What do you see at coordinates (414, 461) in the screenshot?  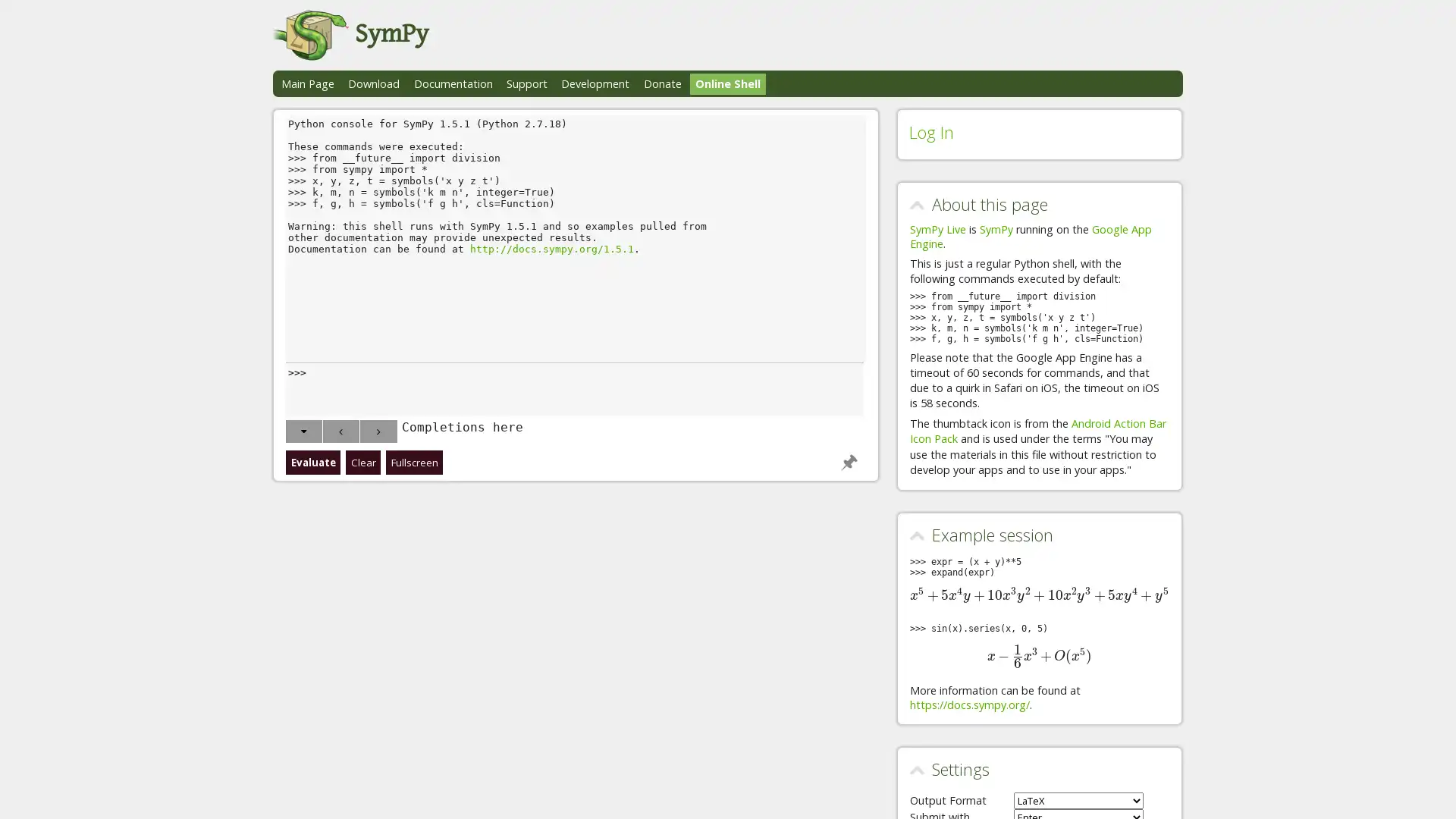 I see `Fullscreen` at bounding box center [414, 461].